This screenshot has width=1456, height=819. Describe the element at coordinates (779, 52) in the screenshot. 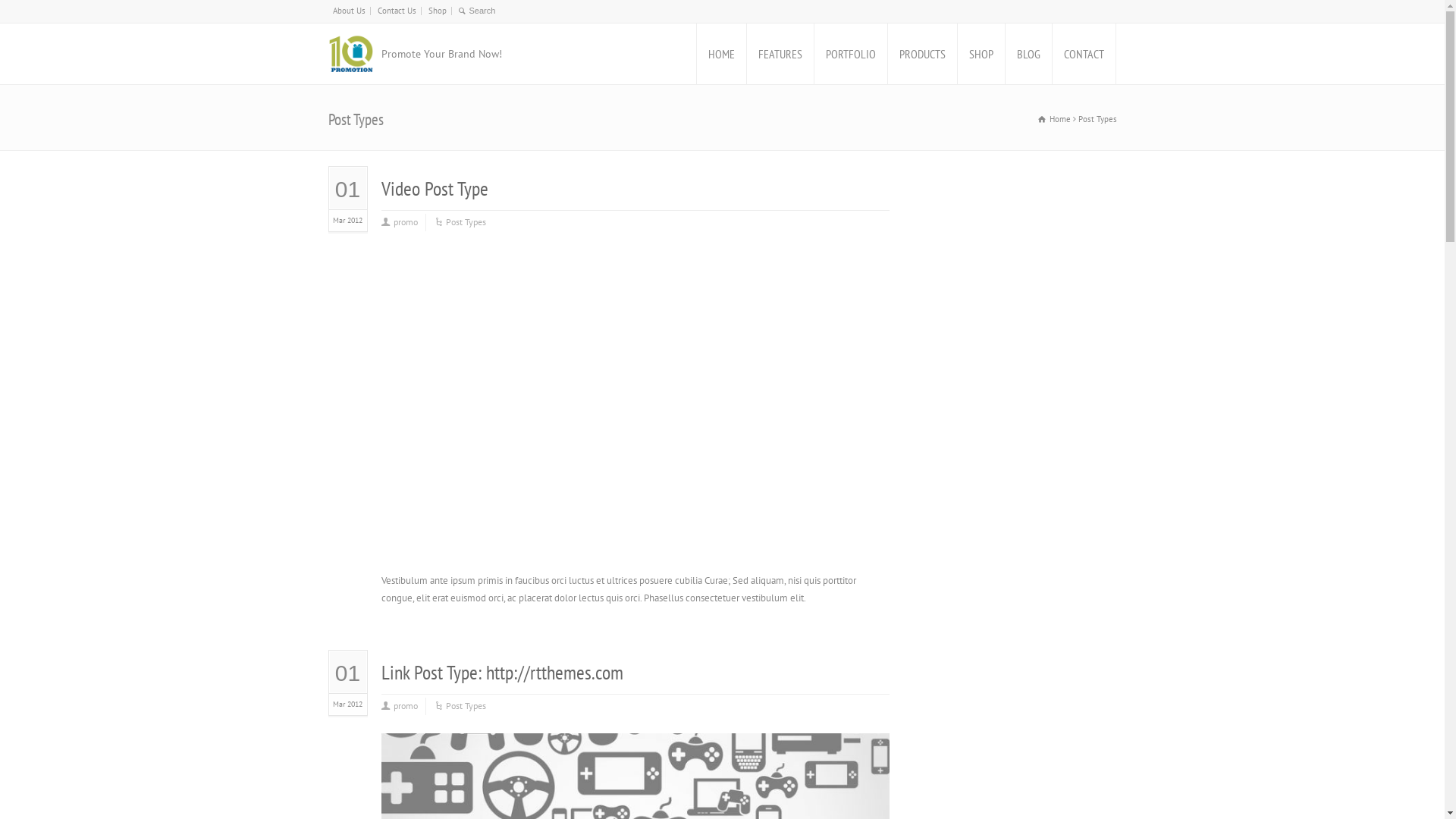

I see `'FEATURES'` at that location.